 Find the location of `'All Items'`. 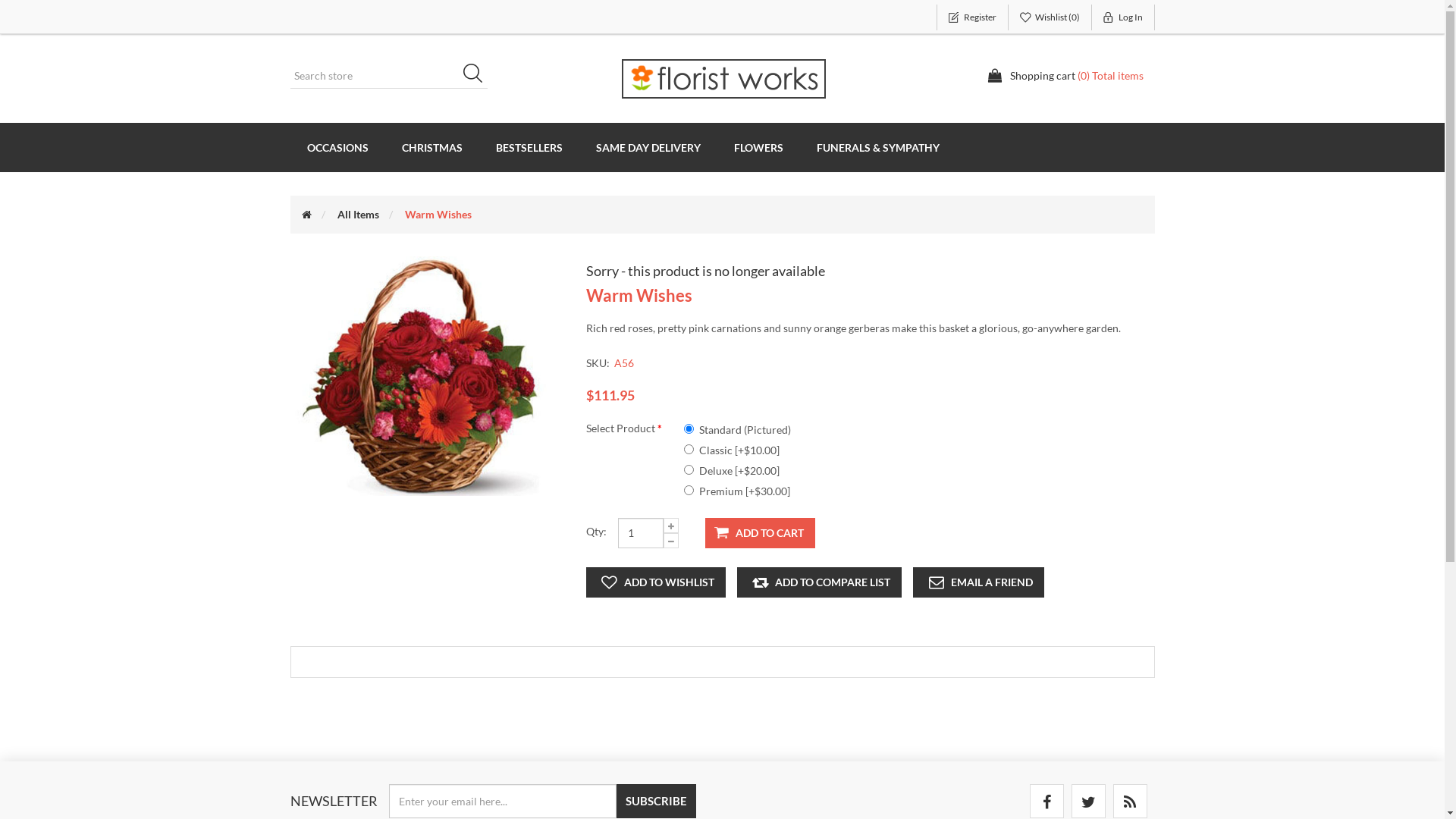

'All Items' is located at coordinates (356, 214).